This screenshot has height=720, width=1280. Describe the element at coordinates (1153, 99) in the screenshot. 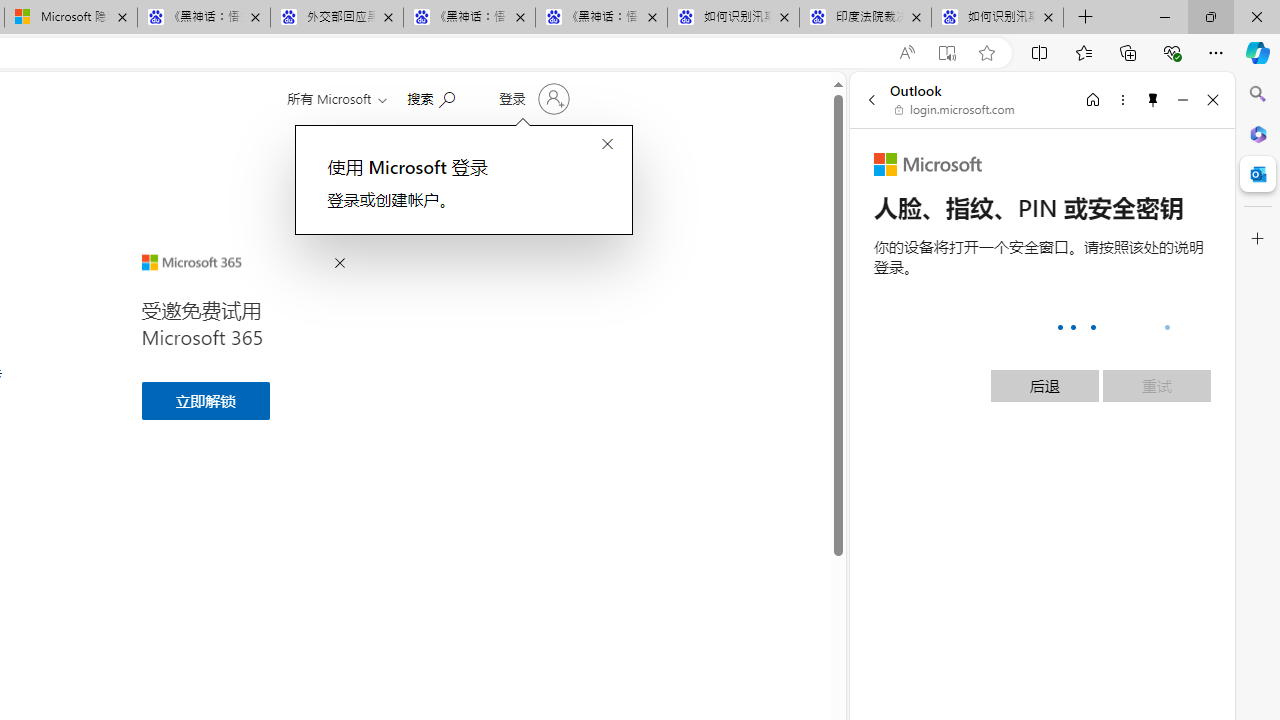

I see `'Unpin side pane'` at that location.